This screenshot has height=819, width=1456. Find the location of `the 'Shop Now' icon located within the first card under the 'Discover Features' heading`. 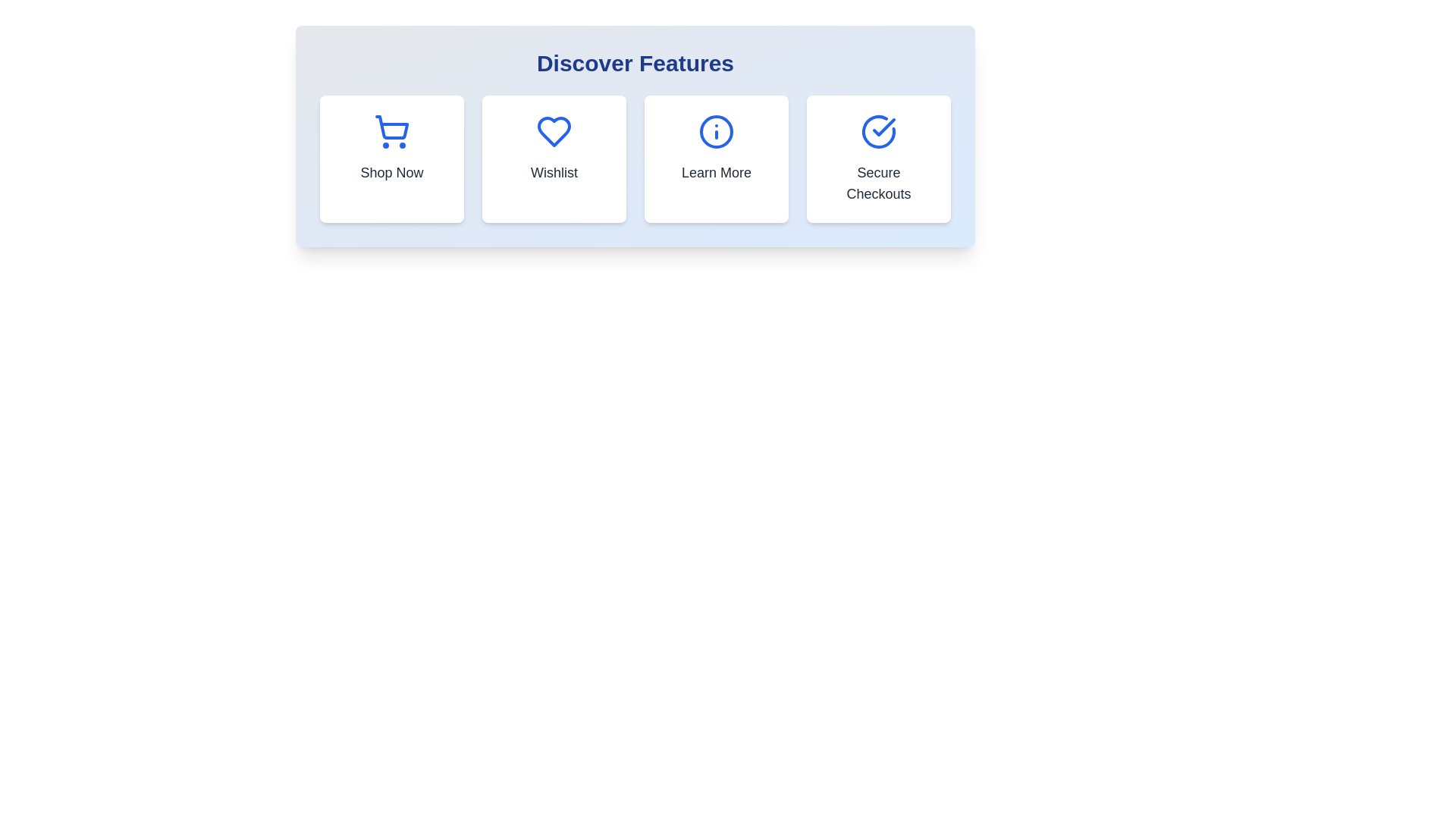

the 'Shop Now' icon located within the first card under the 'Discover Features' heading is located at coordinates (392, 130).